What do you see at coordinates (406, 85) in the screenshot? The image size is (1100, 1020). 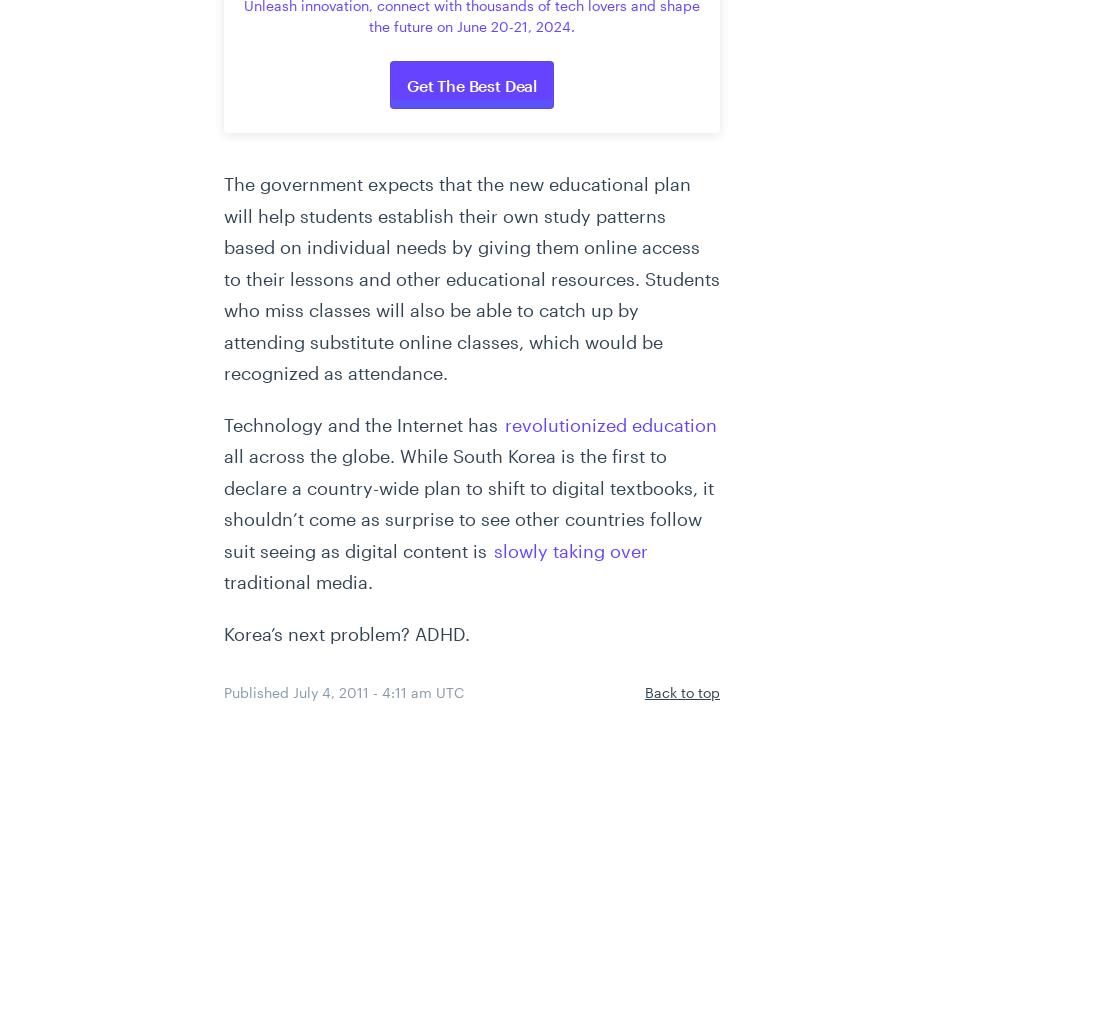 I see `'Get The Best Deal'` at bounding box center [406, 85].